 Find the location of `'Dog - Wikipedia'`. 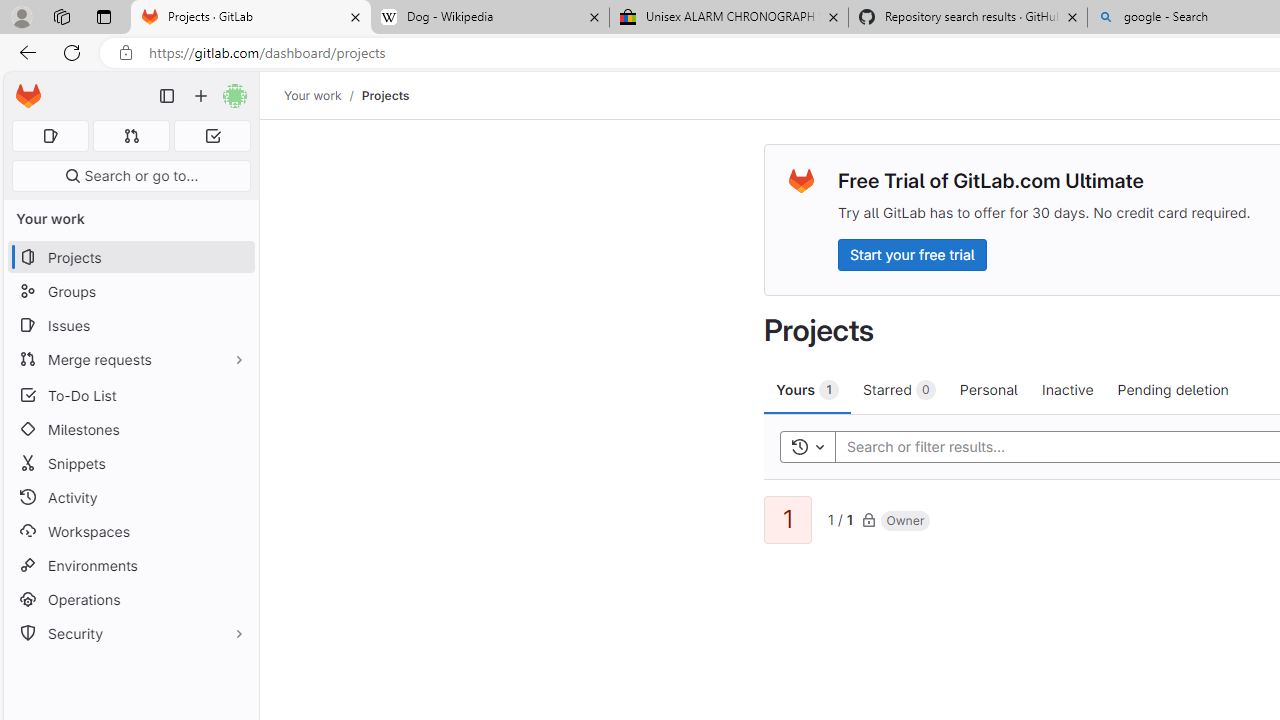

'Dog - Wikipedia' is located at coordinates (490, 17).